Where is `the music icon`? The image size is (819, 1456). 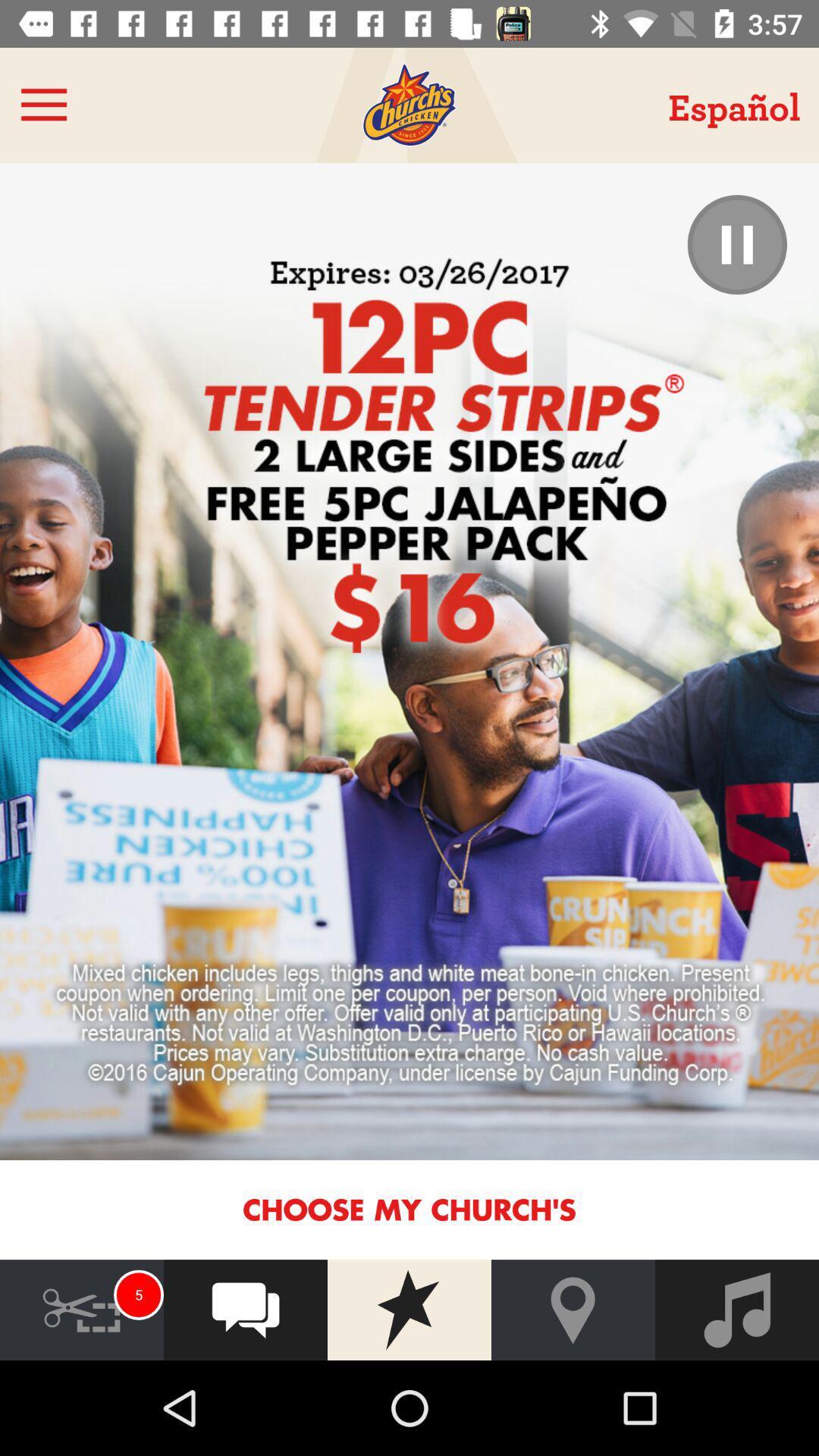 the music icon is located at coordinates (736, 1309).